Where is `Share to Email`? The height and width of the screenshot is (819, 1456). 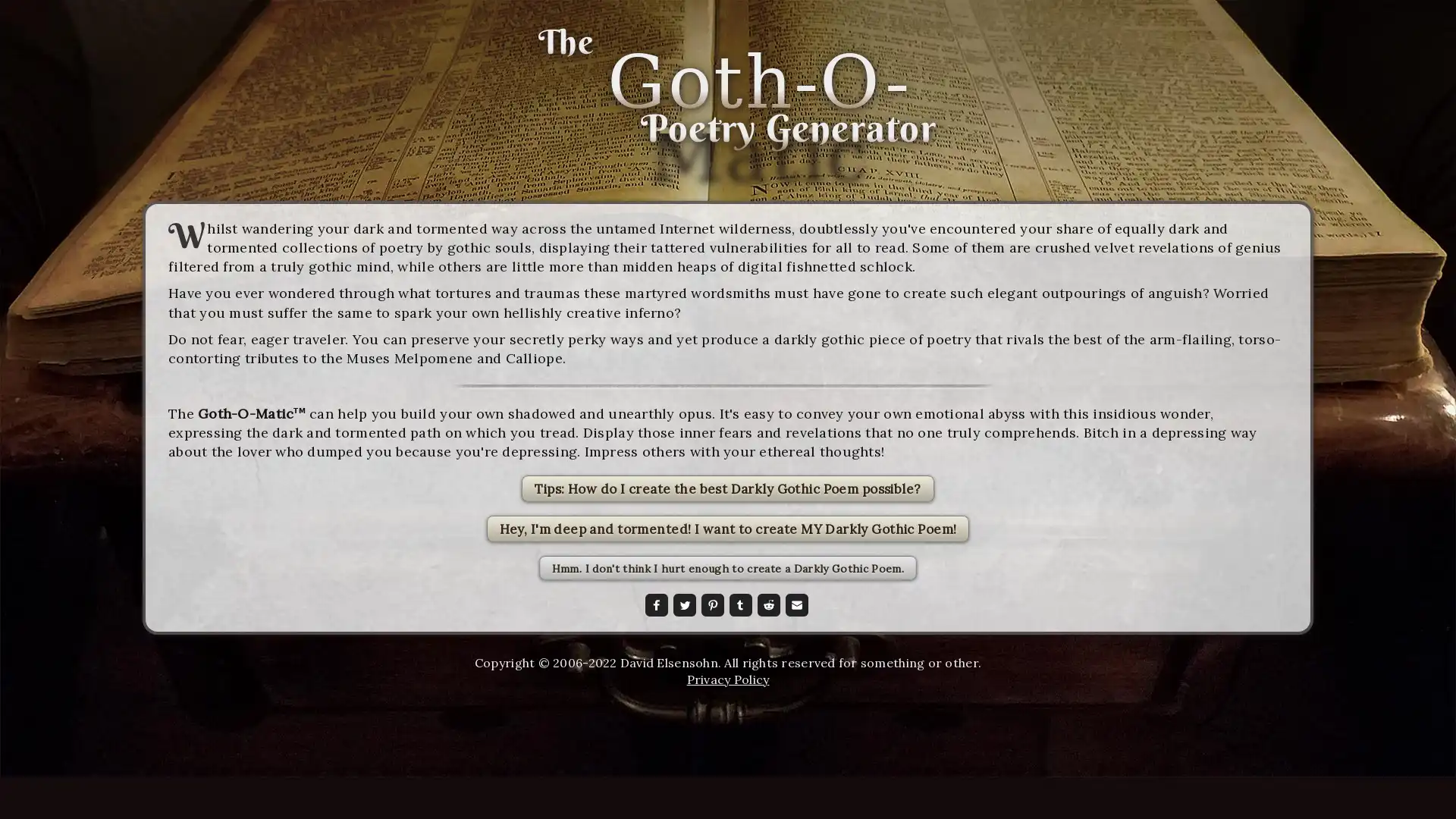
Share to Email is located at coordinates (792, 604).